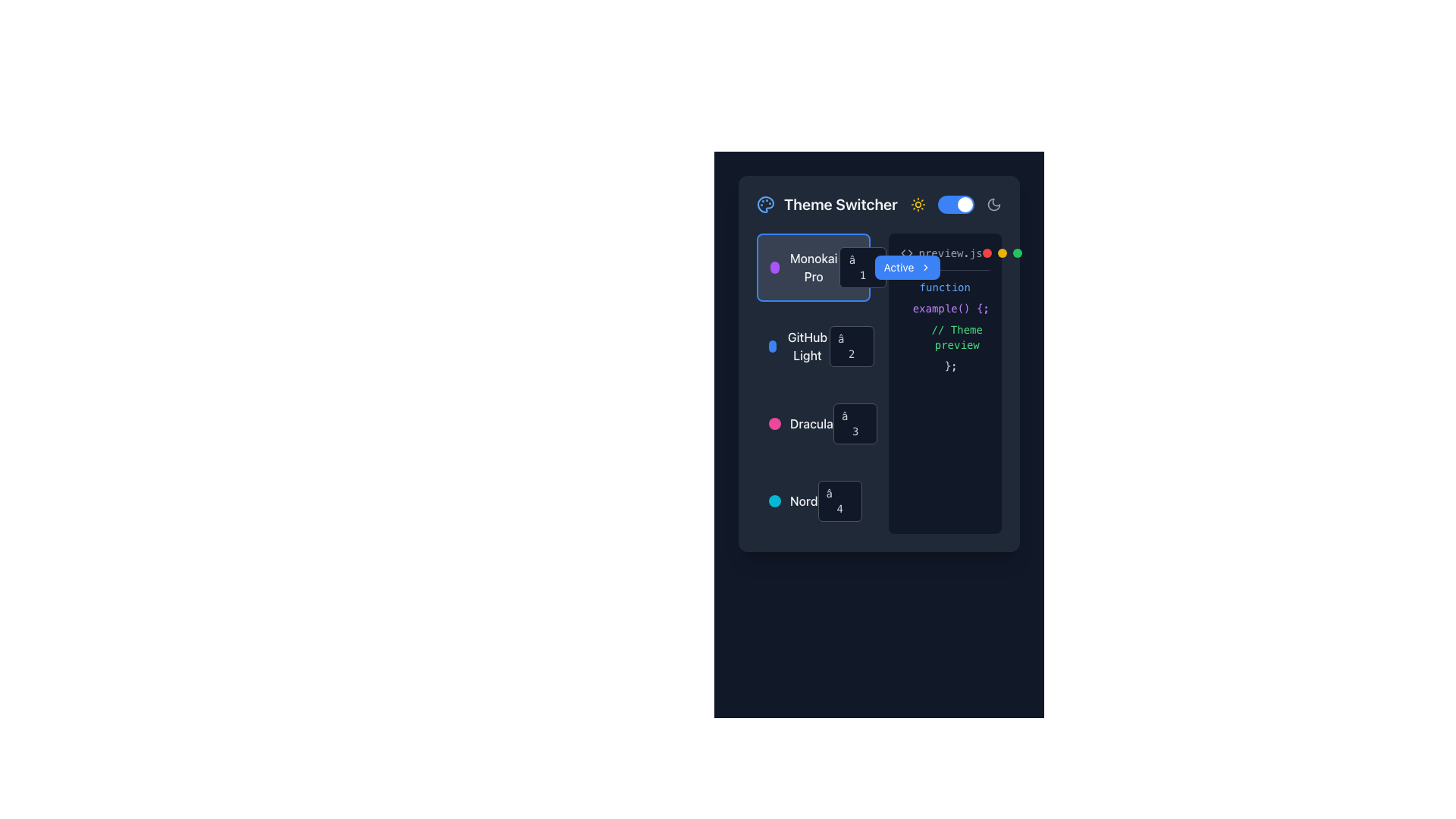 This screenshot has width=1456, height=819. What do you see at coordinates (944, 257) in the screenshot?
I see `the static text element displaying 'preview.js' with a decorative code icon on the left and three colored dots on the right` at bounding box center [944, 257].